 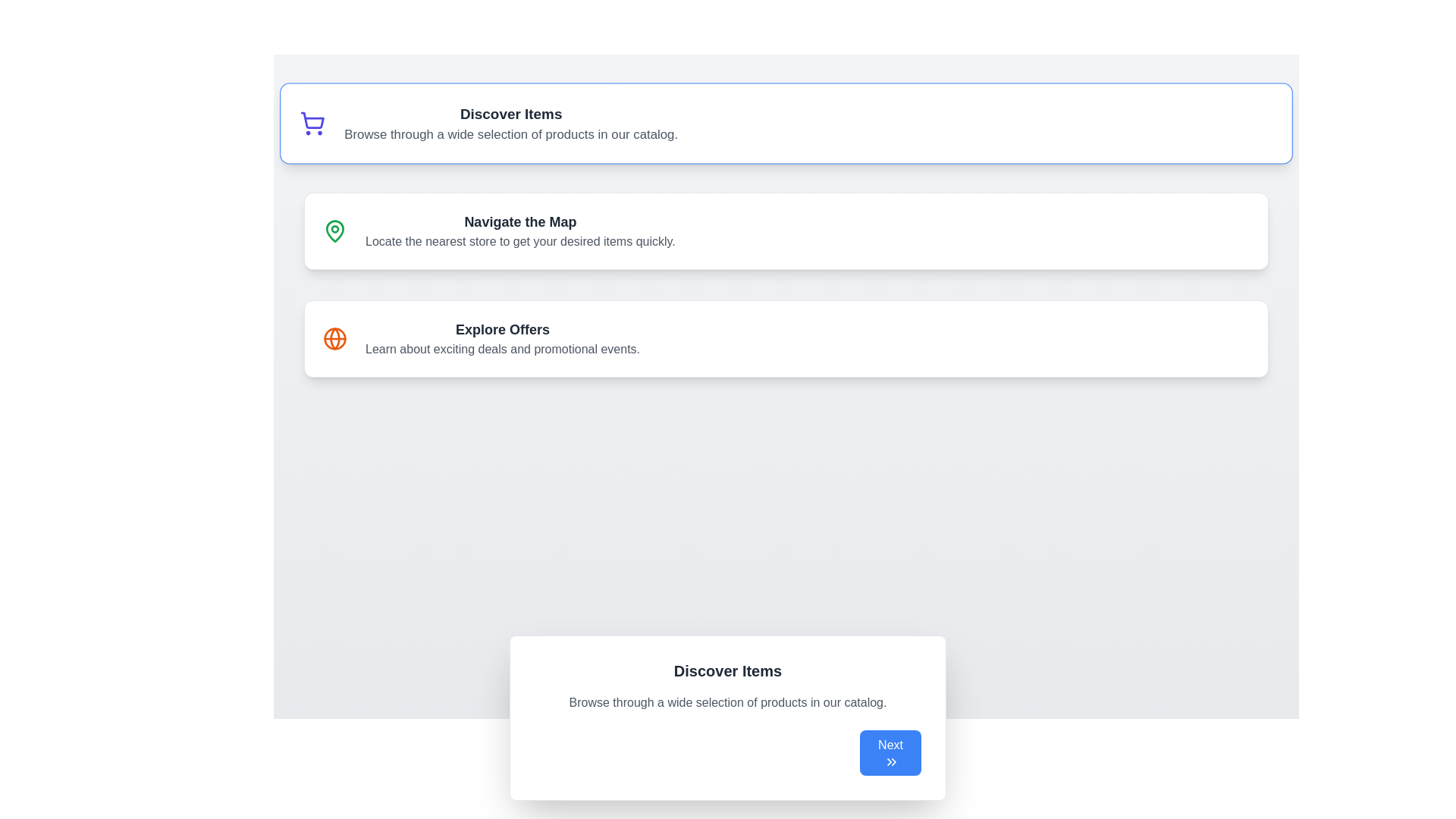 I want to click on text on the informational card that provides navigation assistance for maps and nearby stores, located in the second card of a vertical list of three cards, so click(x=520, y=231).